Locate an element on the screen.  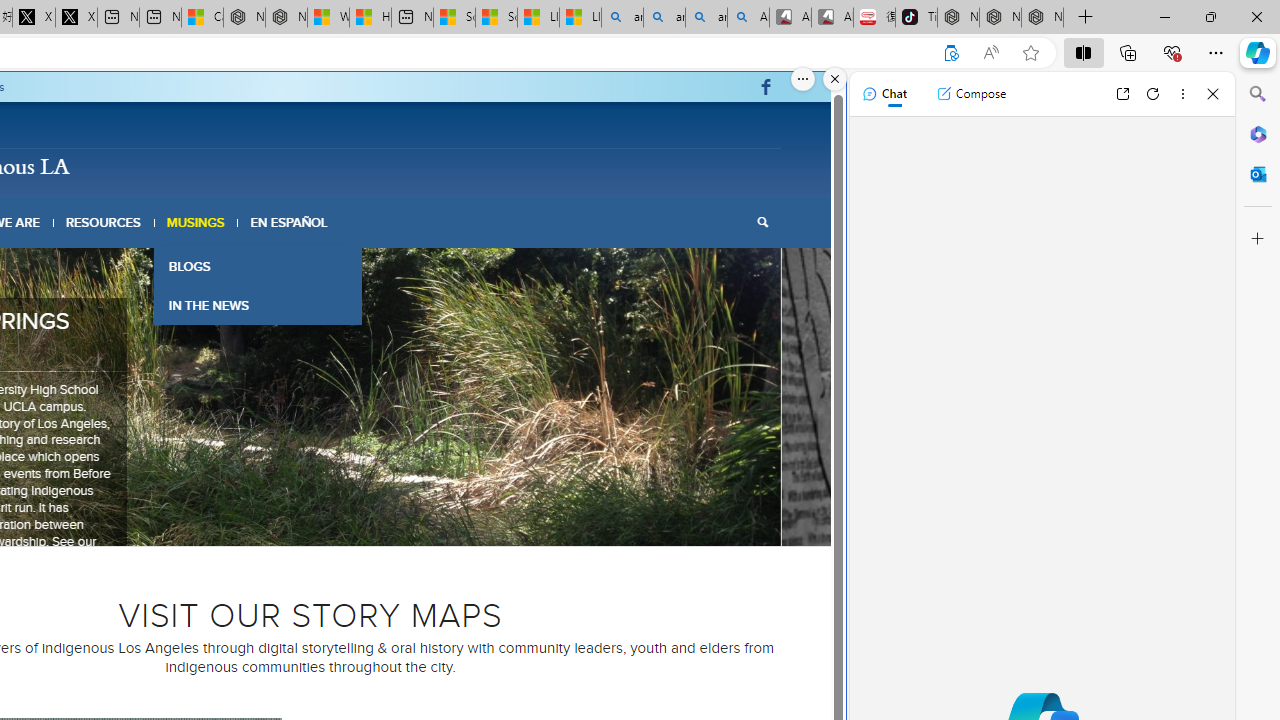
'Huge shark washes ashore at New York City beach | Watch' is located at coordinates (369, 17).